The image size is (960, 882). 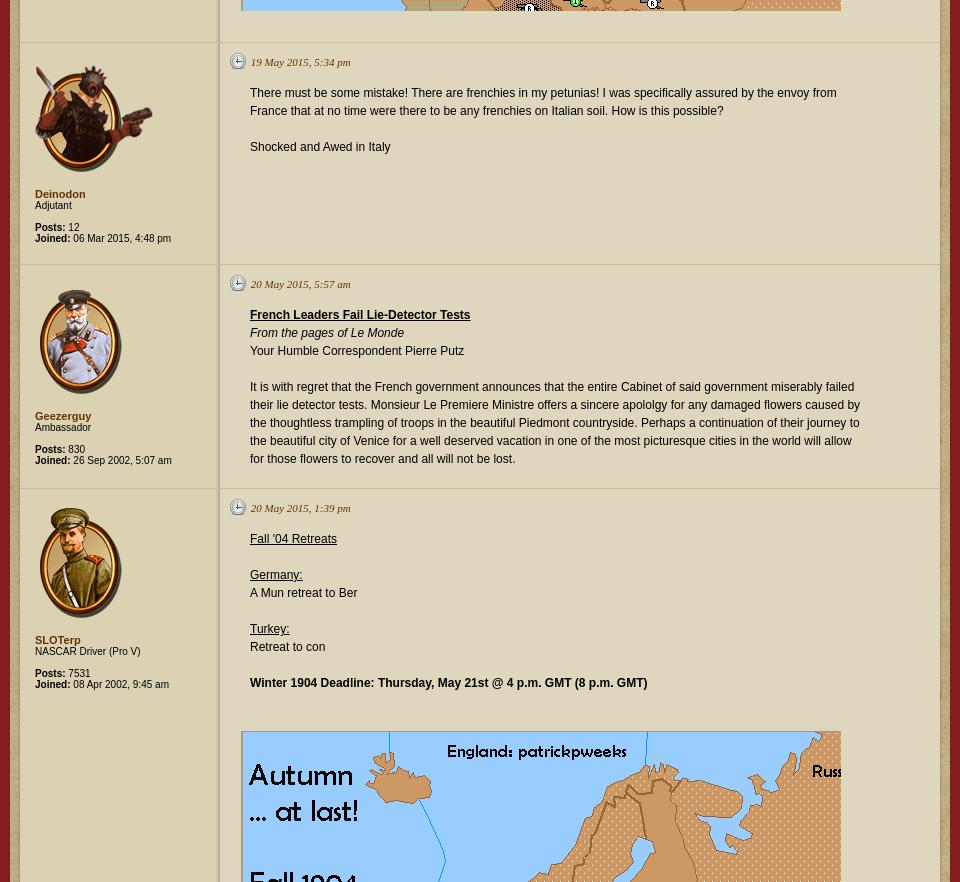 I want to click on 'Deinodon', so click(x=34, y=194).